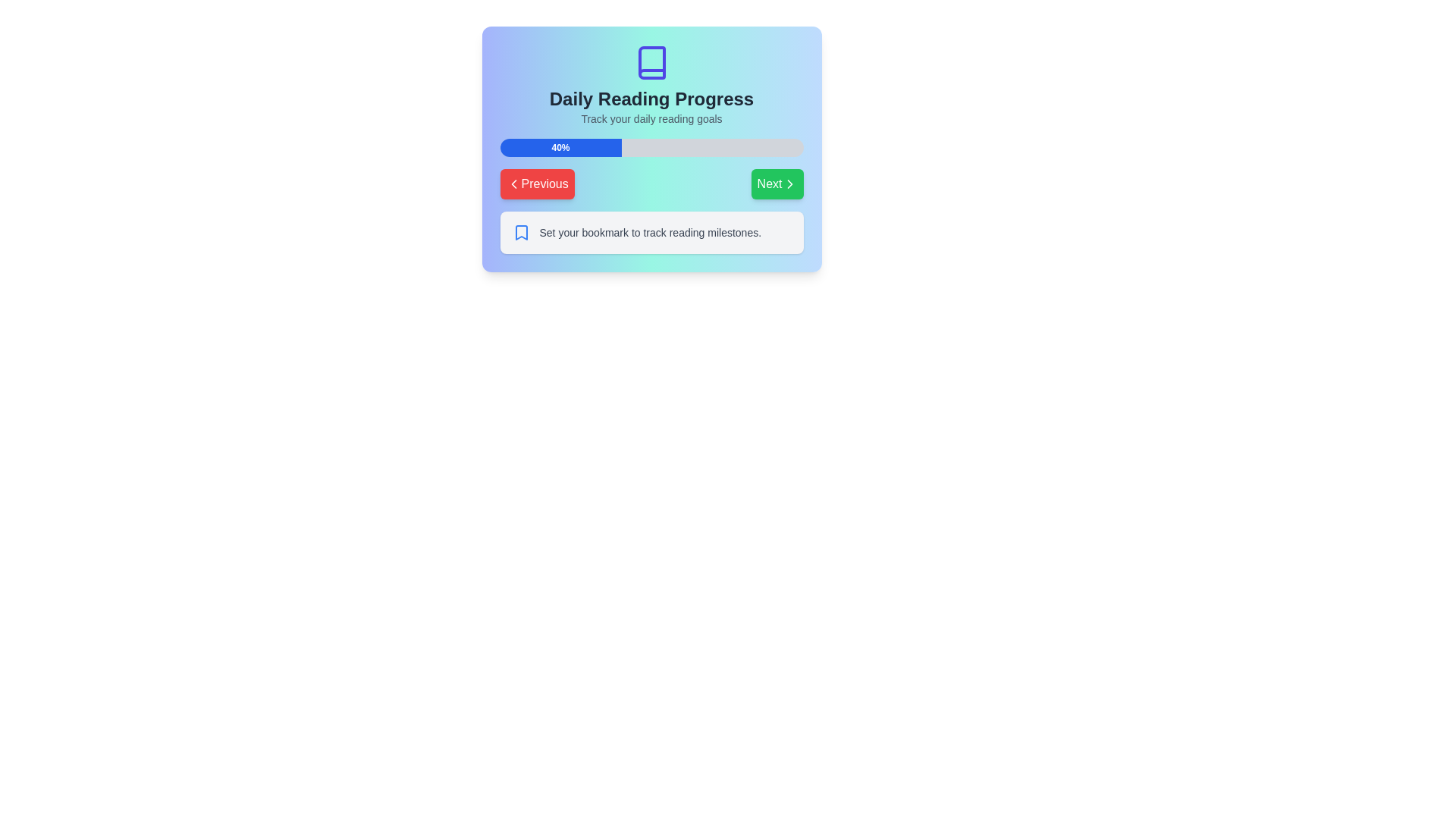  What do you see at coordinates (560, 148) in the screenshot?
I see `the blue progress bar segment displaying '40%' located below the title 'Daily Reading Progress'` at bounding box center [560, 148].